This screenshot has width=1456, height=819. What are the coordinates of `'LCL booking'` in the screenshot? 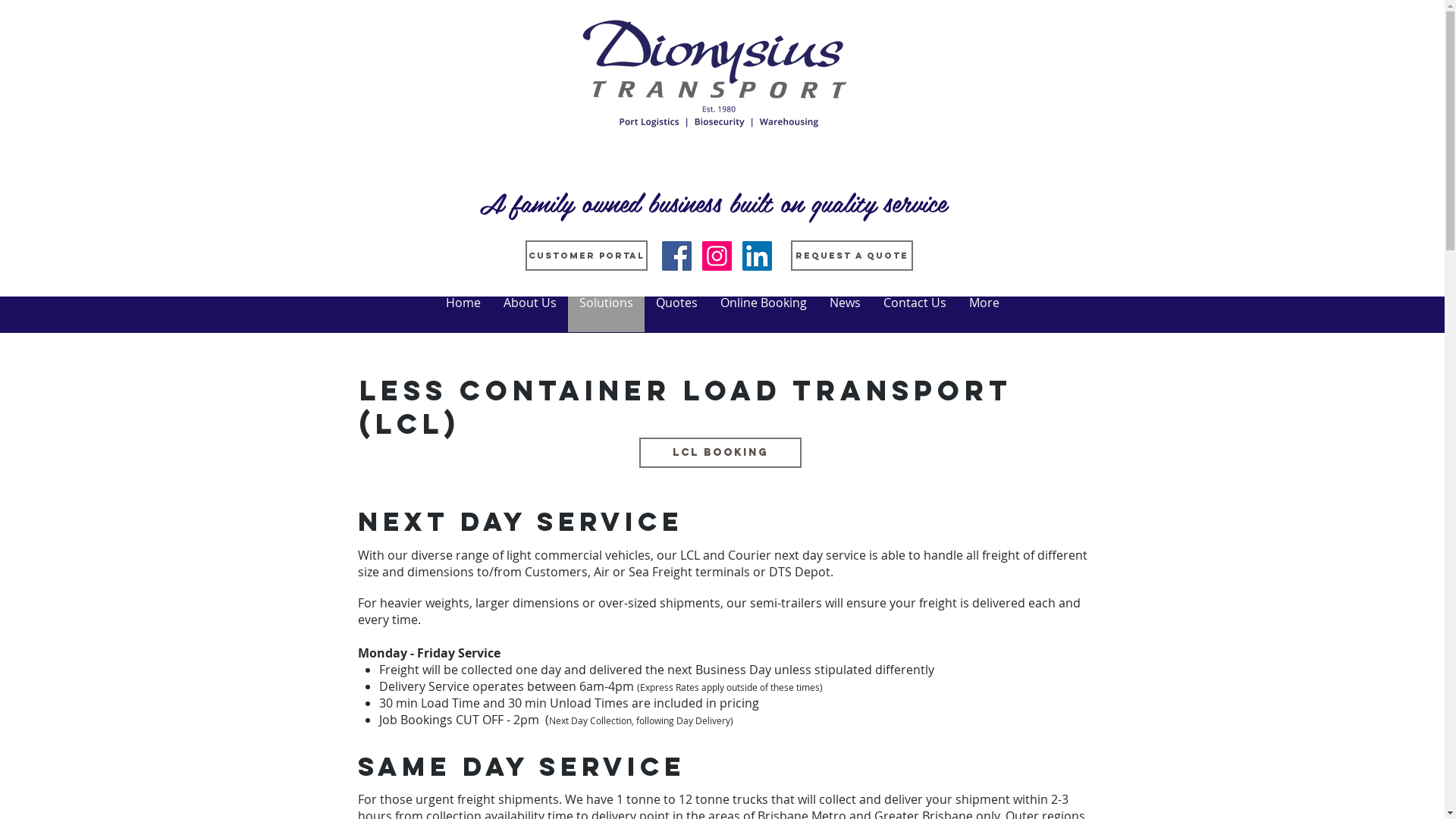 It's located at (638, 452).